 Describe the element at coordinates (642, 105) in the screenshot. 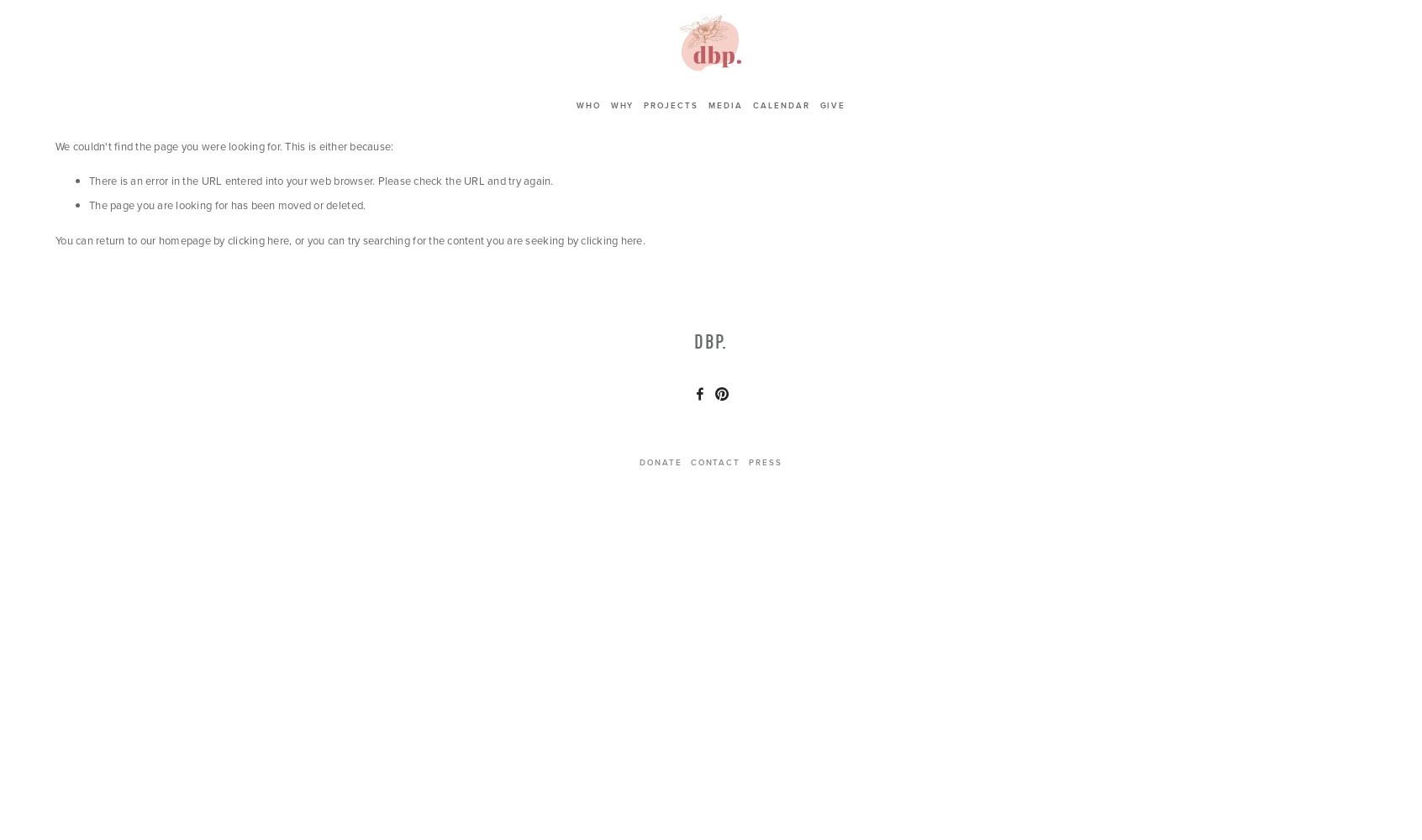

I see `'Projects'` at that location.